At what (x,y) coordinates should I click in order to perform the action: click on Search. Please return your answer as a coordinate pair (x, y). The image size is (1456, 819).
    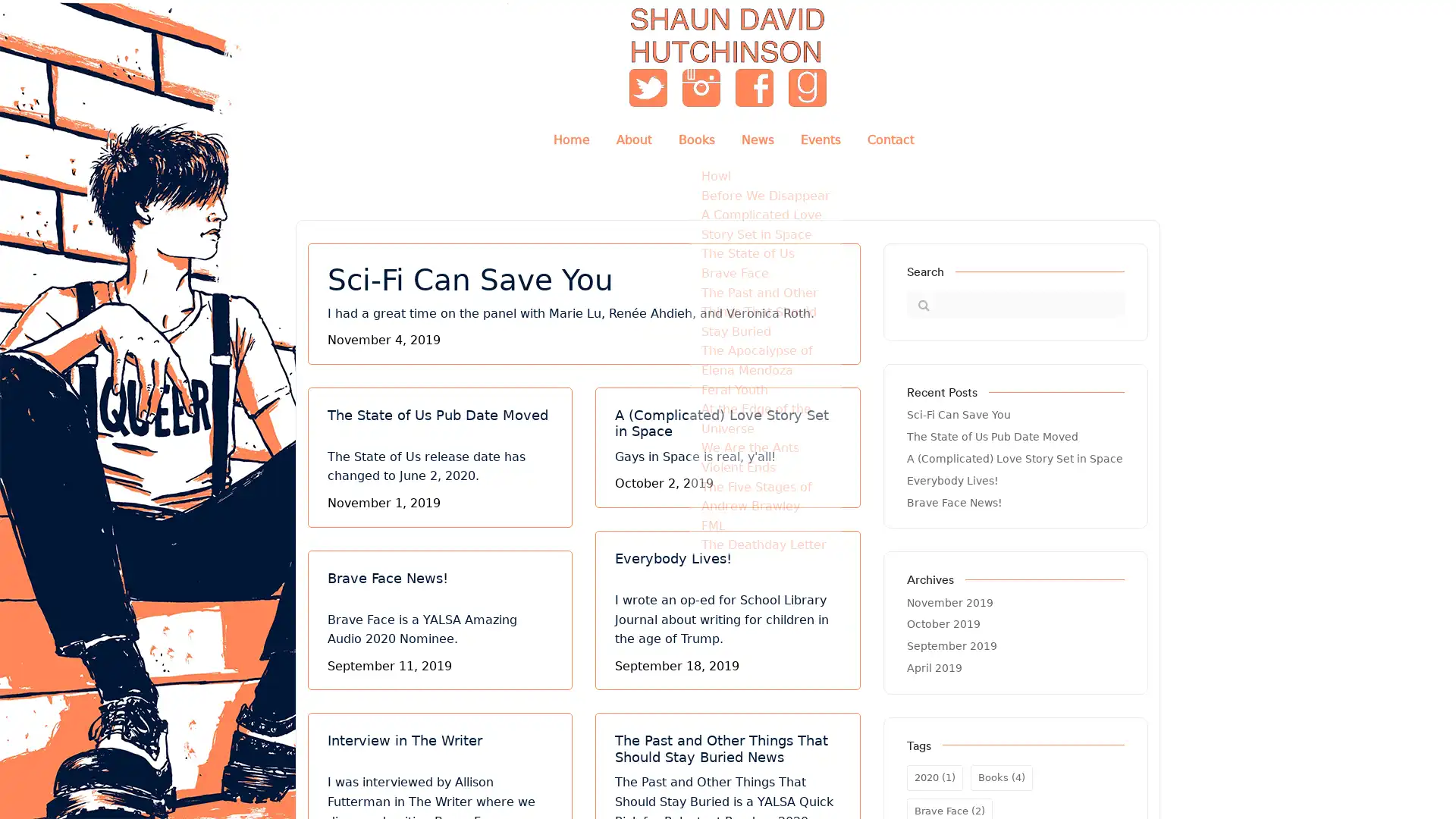
    Looking at the image, I should click on (918, 304).